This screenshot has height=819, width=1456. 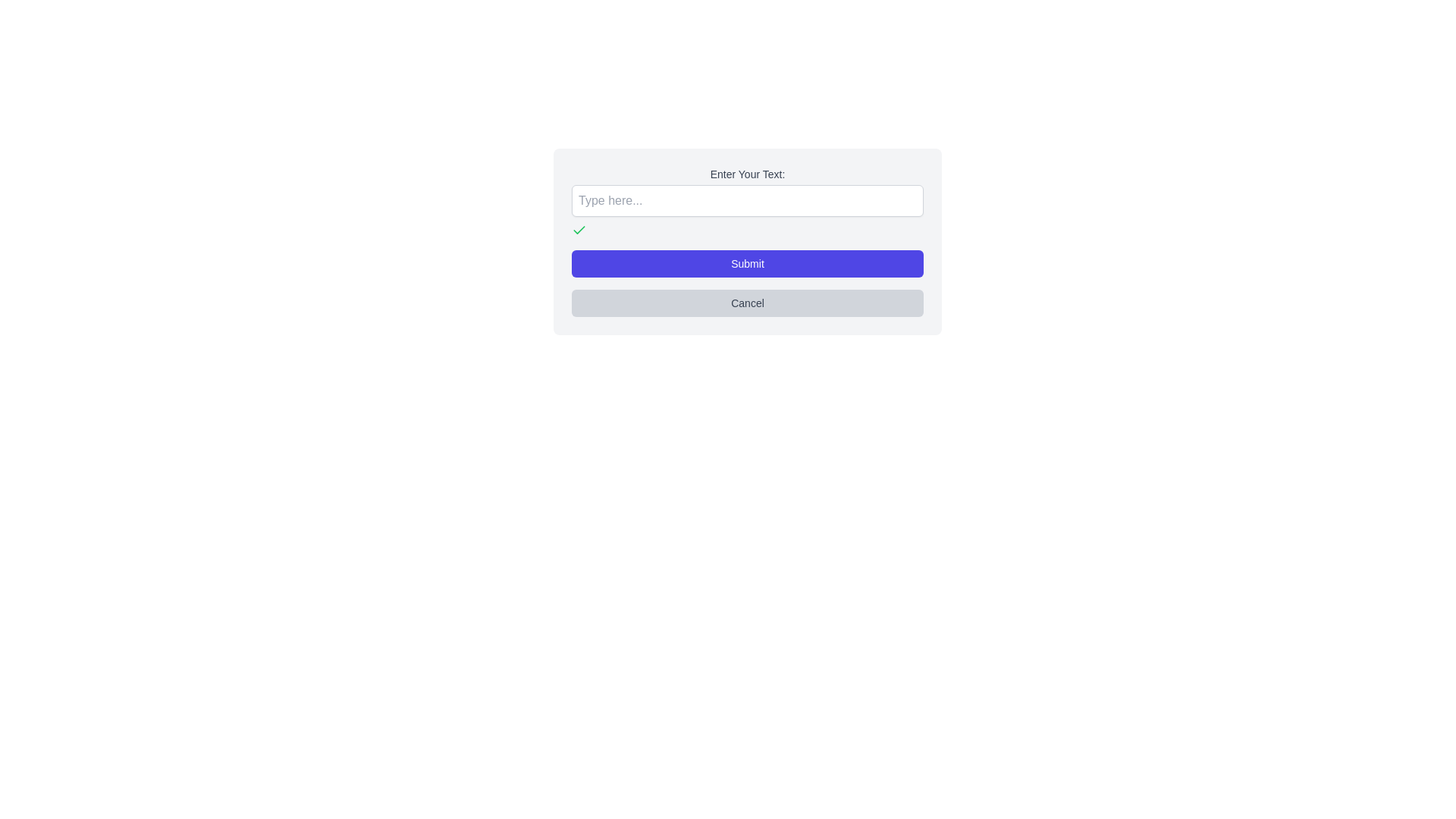 I want to click on the green checkmark icon that signifies success or confirmation, located in the top-left corner of the component group below the 'Enter Your Text:' input box, so click(x=578, y=231).